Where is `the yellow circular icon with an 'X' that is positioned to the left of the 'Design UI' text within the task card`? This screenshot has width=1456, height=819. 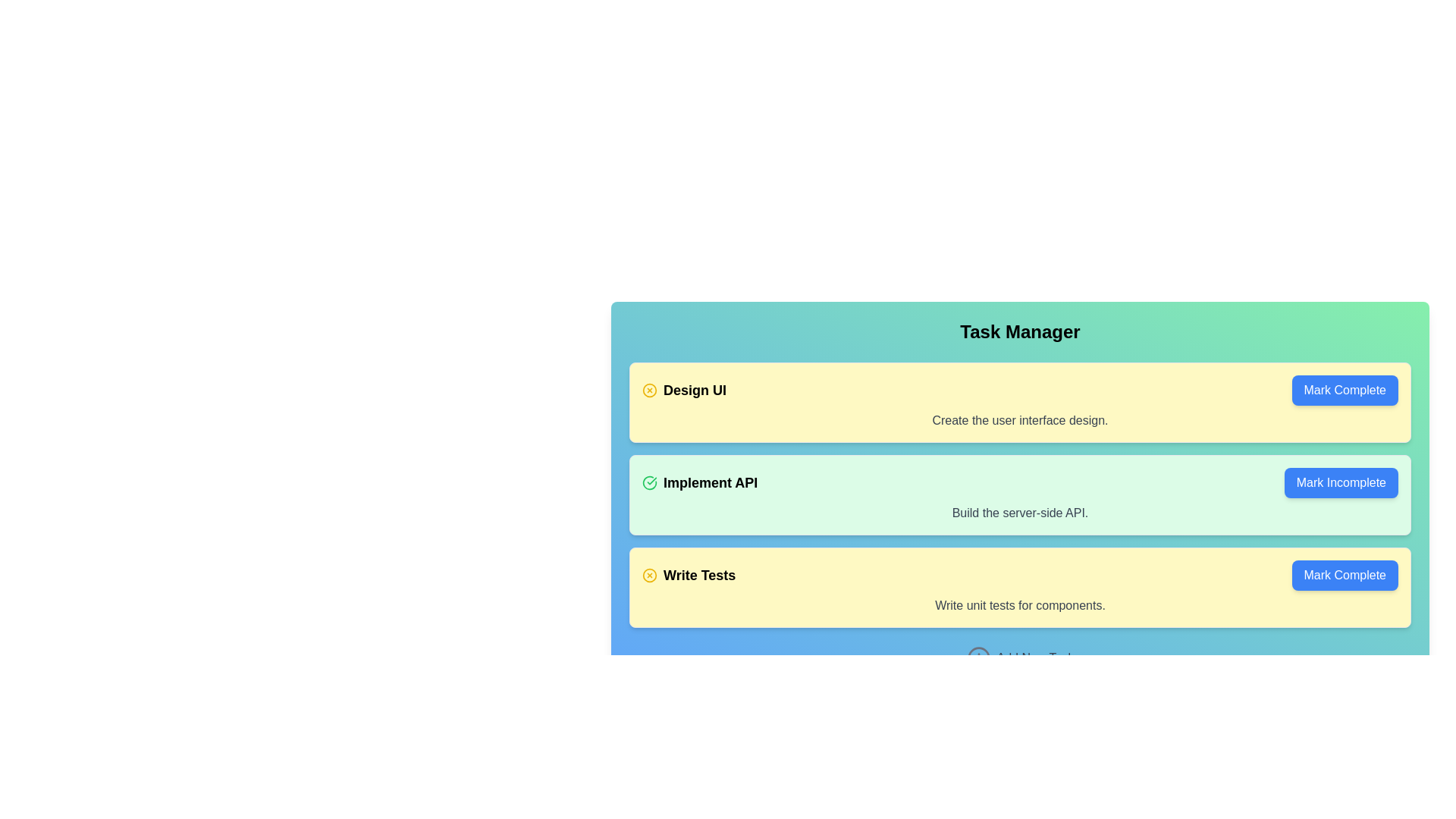
the yellow circular icon with an 'X' that is positioned to the left of the 'Design UI' text within the task card is located at coordinates (650, 390).